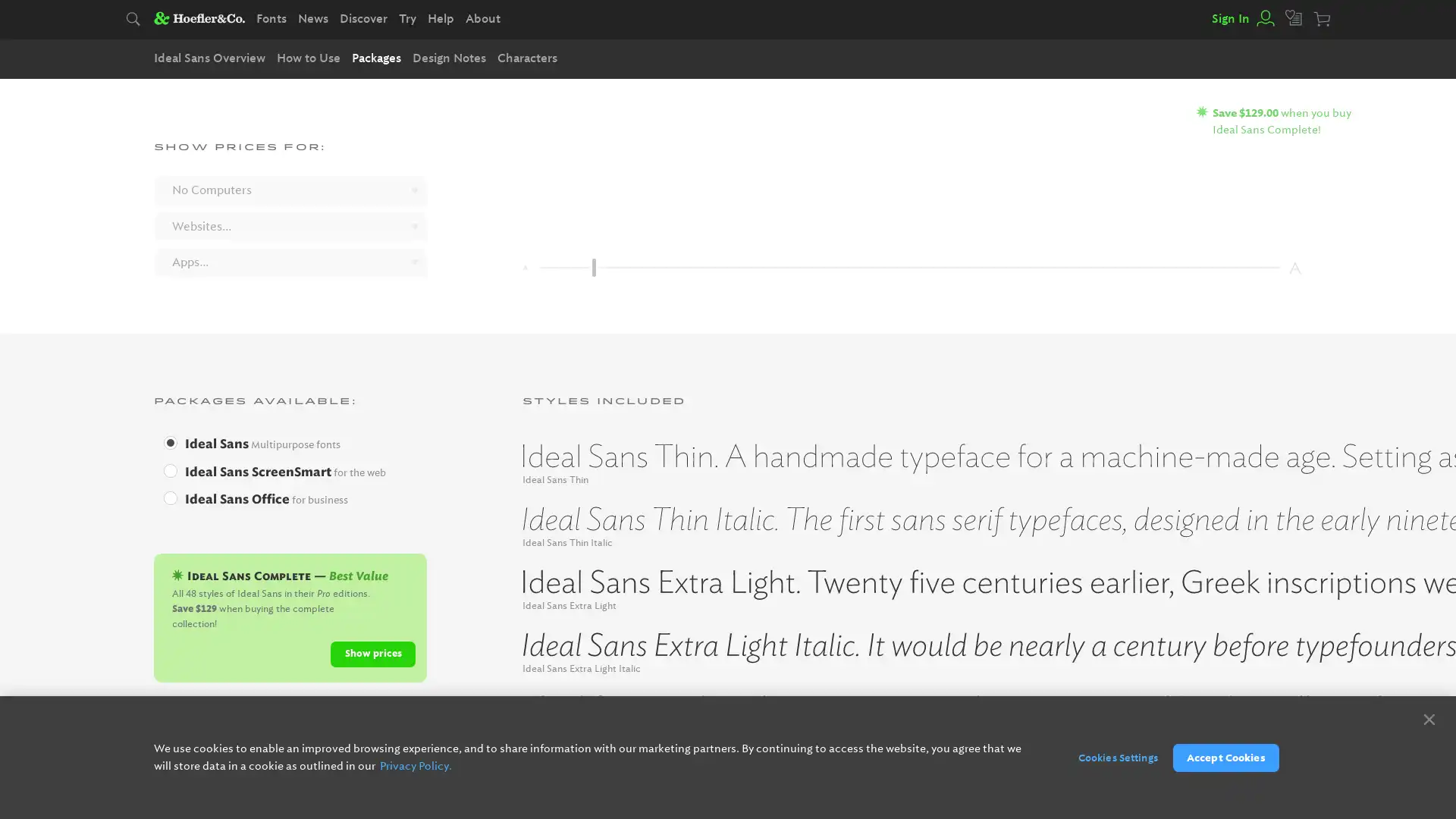 The width and height of the screenshot is (1456, 819). I want to click on Search typography.com, so click(134, 20).